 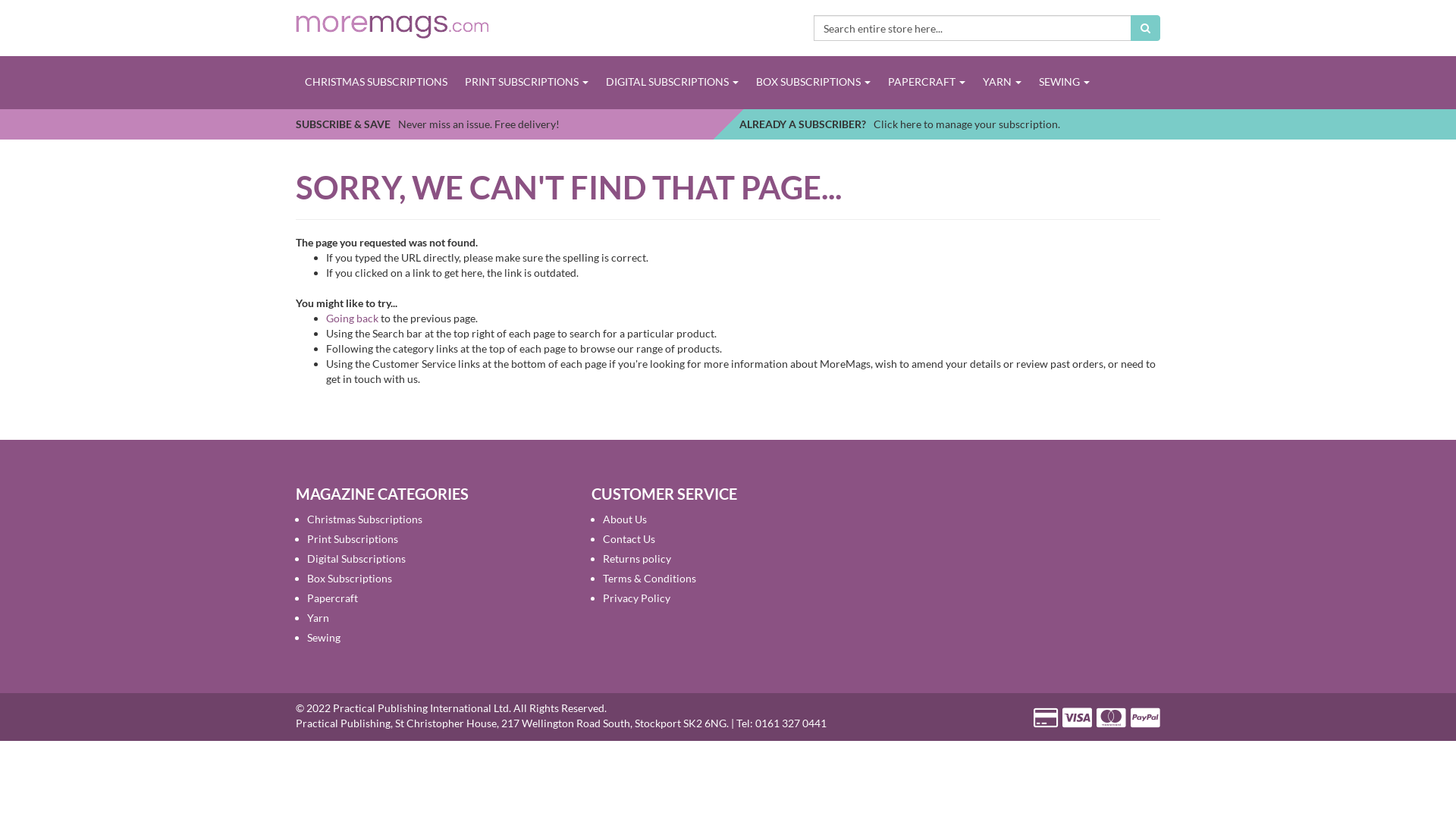 I want to click on 'Privacy Policy', so click(x=636, y=597).